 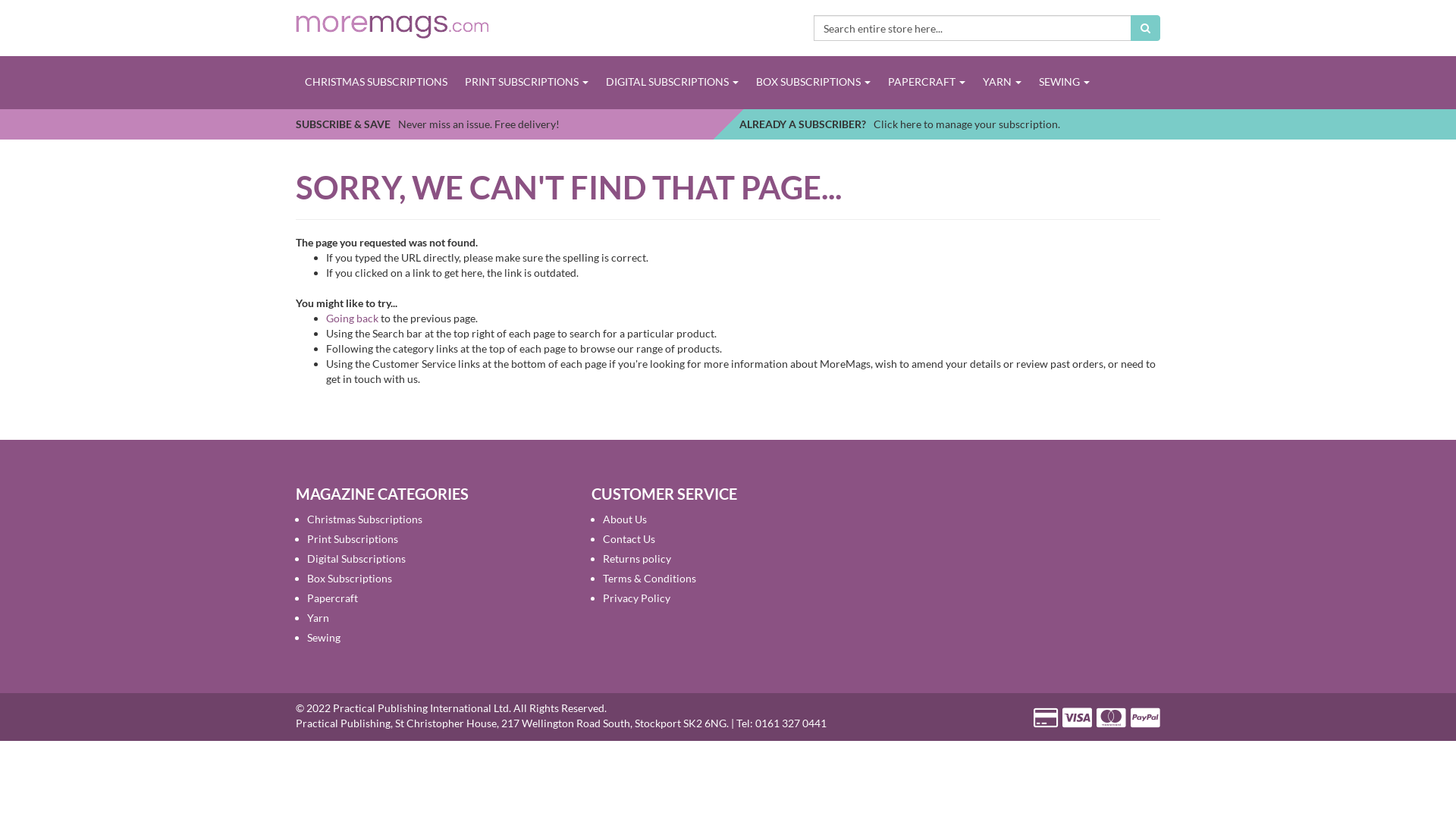 I want to click on 'Privacy Policy', so click(x=636, y=597).